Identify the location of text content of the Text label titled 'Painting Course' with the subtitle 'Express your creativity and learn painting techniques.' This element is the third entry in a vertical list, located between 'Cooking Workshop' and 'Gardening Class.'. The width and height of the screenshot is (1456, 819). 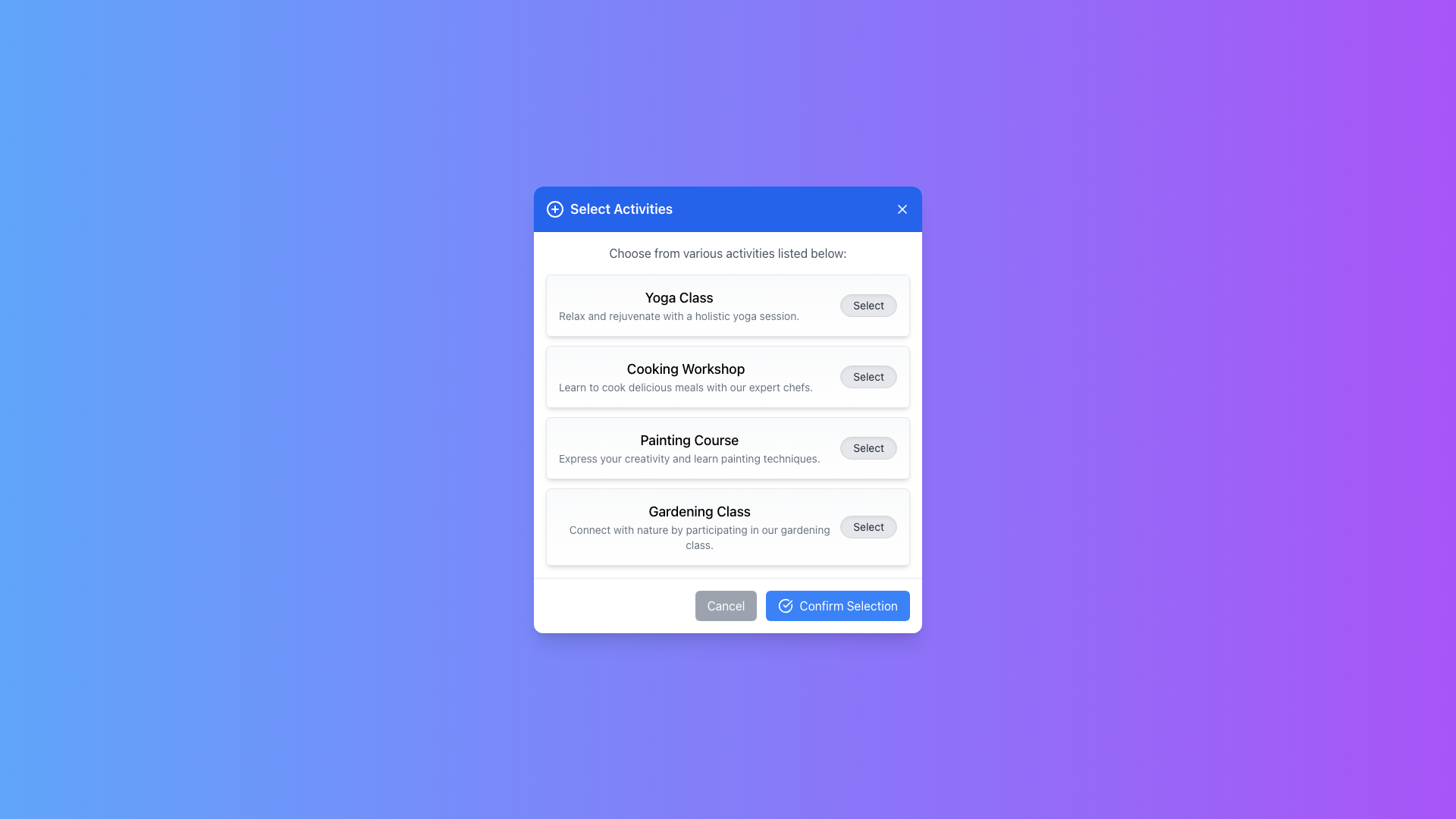
(689, 447).